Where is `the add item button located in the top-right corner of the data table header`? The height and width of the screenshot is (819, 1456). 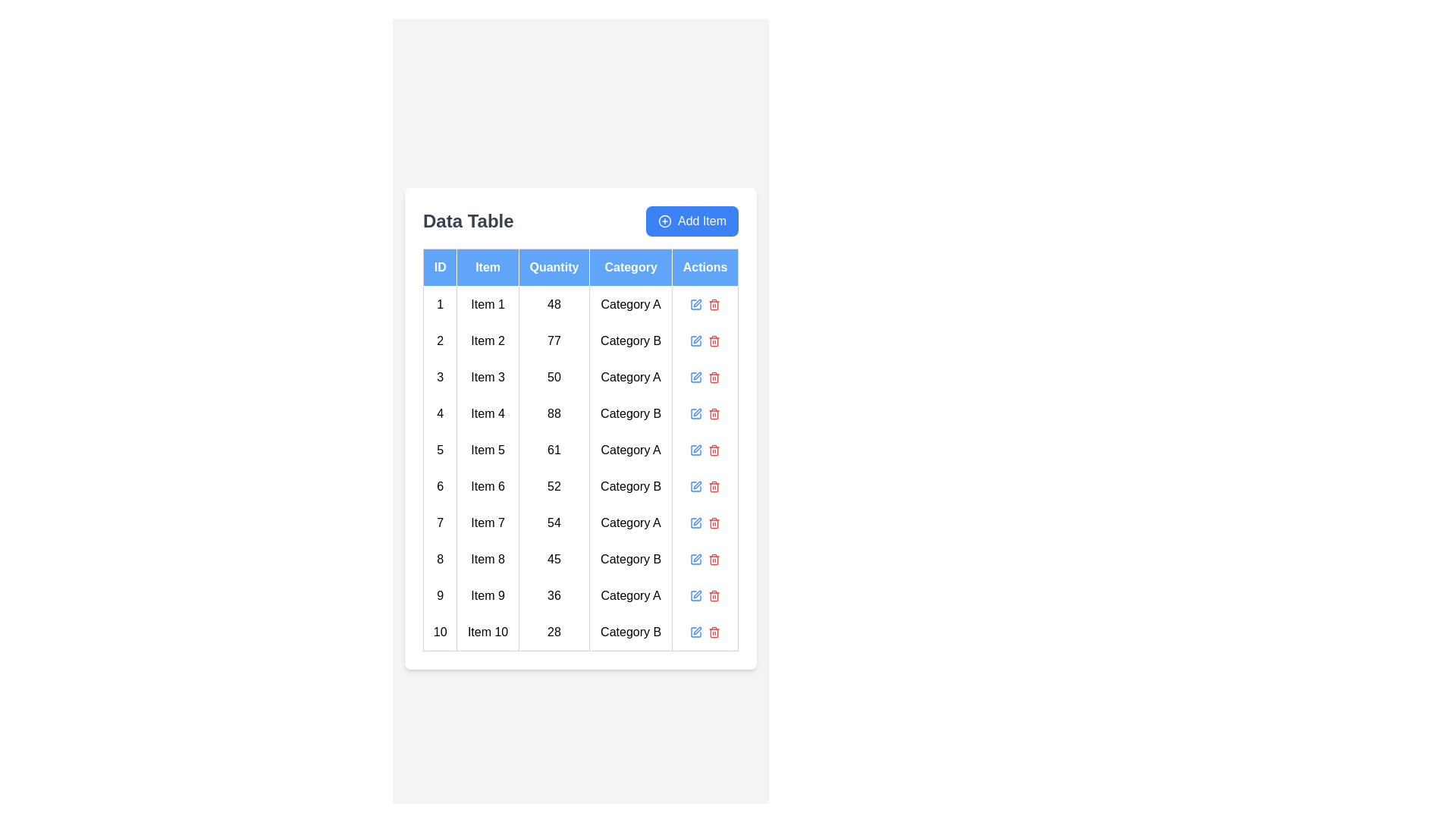 the add item button located in the top-right corner of the data table header is located at coordinates (691, 221).